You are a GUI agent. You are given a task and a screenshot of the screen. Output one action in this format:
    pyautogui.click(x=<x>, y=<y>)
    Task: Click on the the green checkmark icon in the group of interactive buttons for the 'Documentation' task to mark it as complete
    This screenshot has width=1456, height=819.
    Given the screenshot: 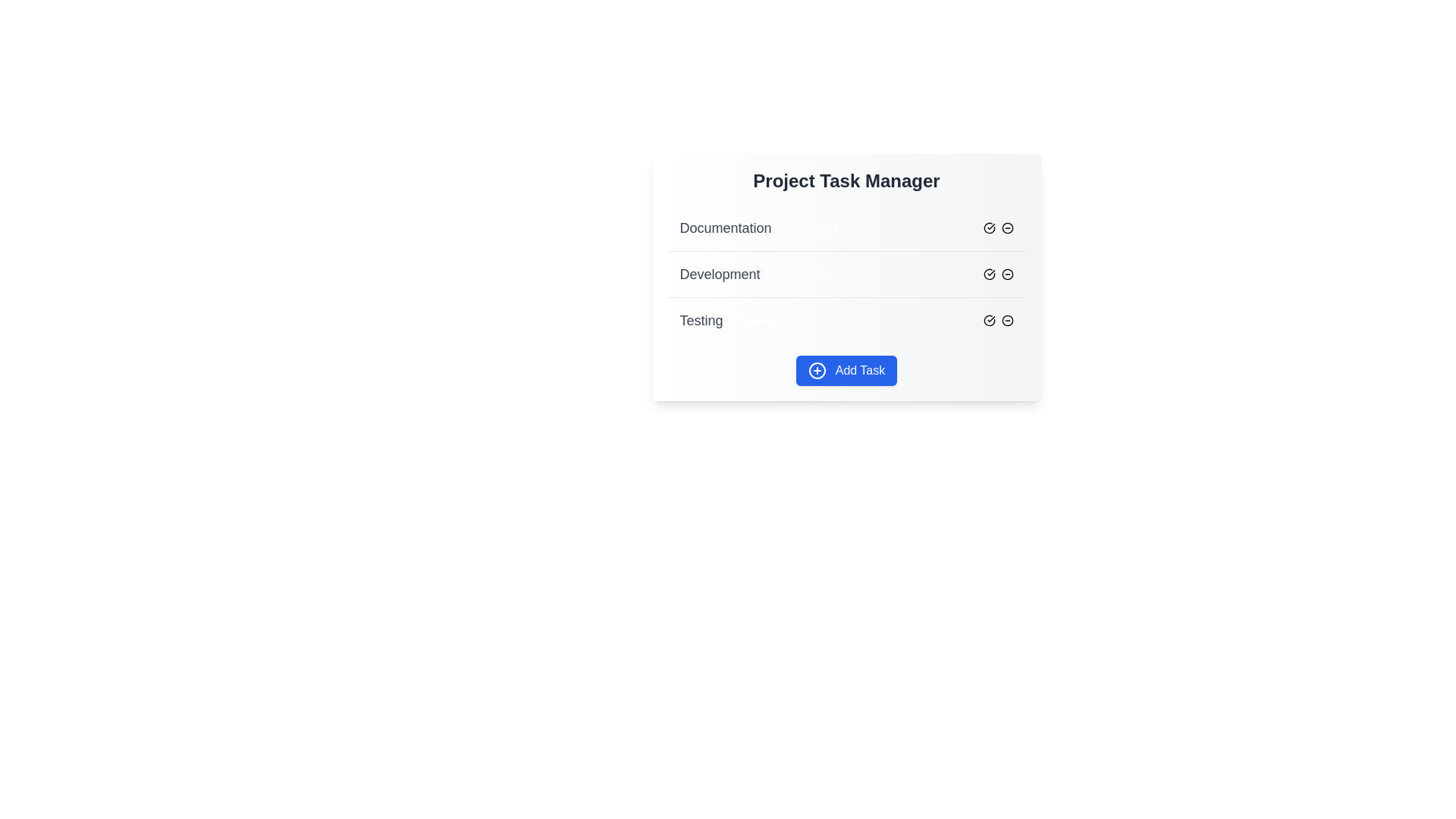 What is the action you would take?
    pyautogui.click(x=998, y=227)
    